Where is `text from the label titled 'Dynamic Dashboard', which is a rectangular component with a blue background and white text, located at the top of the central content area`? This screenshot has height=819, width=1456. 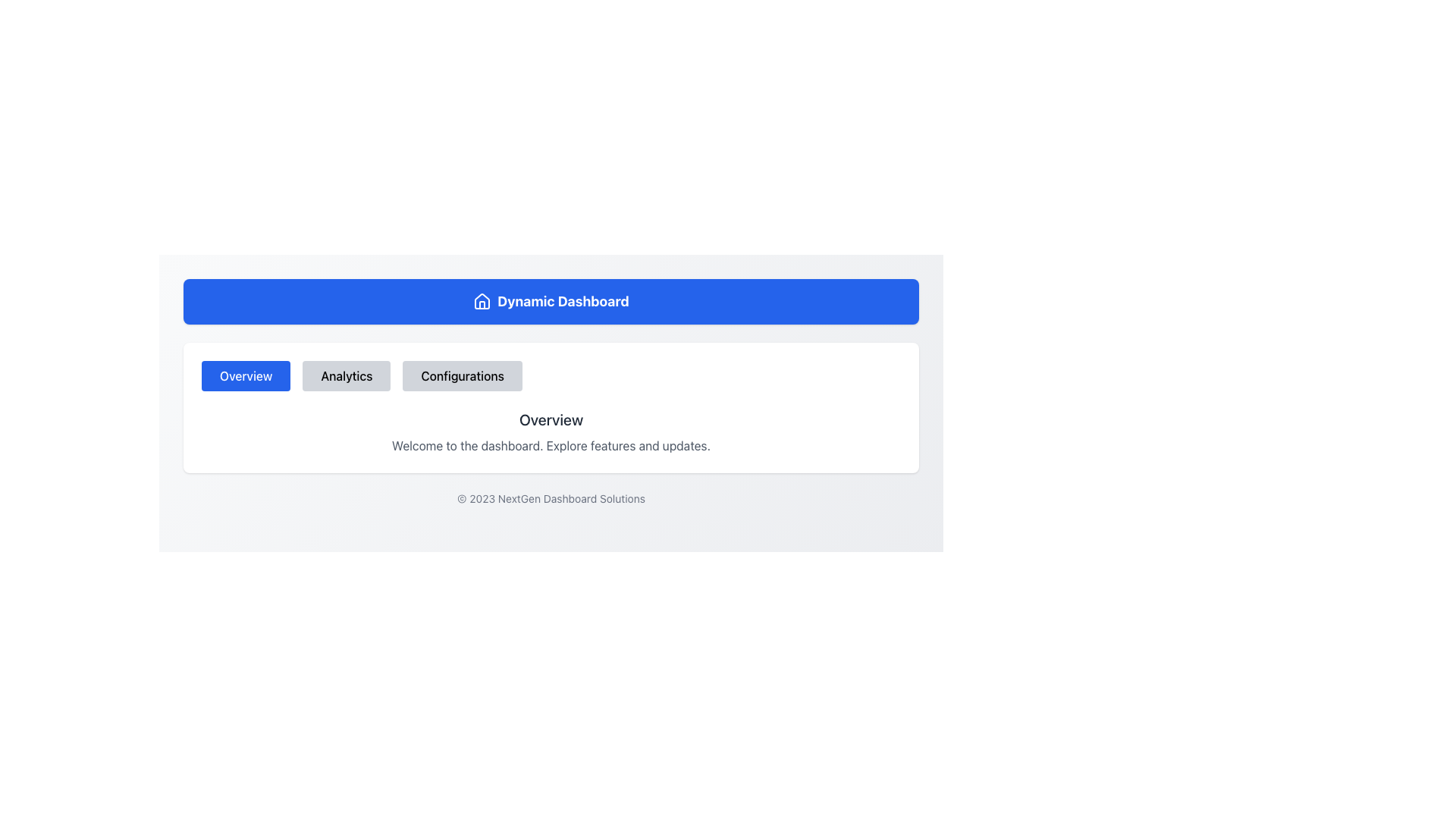
text from the label titled 'Dynamic Dashboard', which is a rectangular component with a blue background and white text, located at the top of the central content area is located at coordinates (550, 301).